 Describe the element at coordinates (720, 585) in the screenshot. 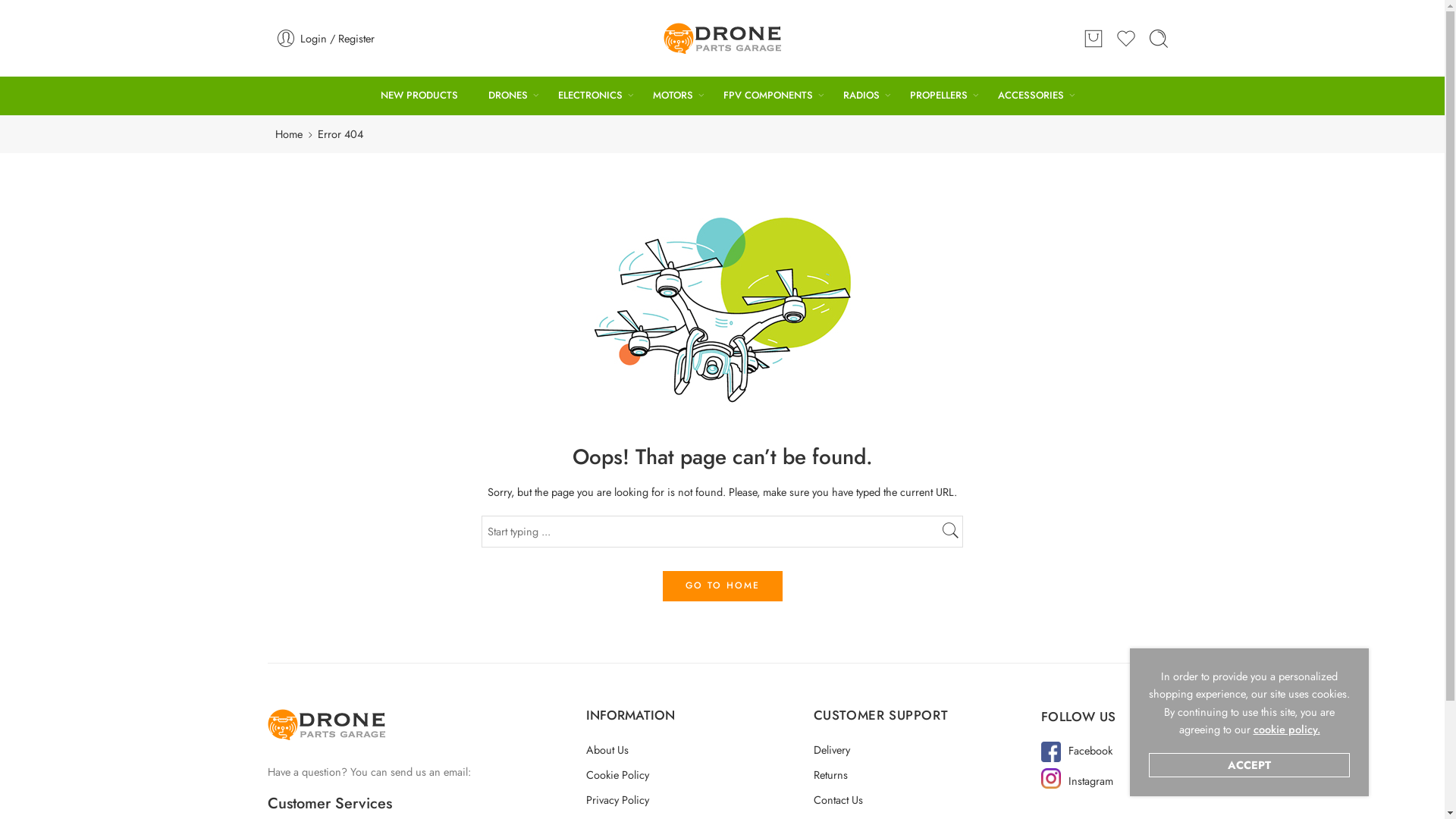

I see `'GO TO HOME'` at that location.